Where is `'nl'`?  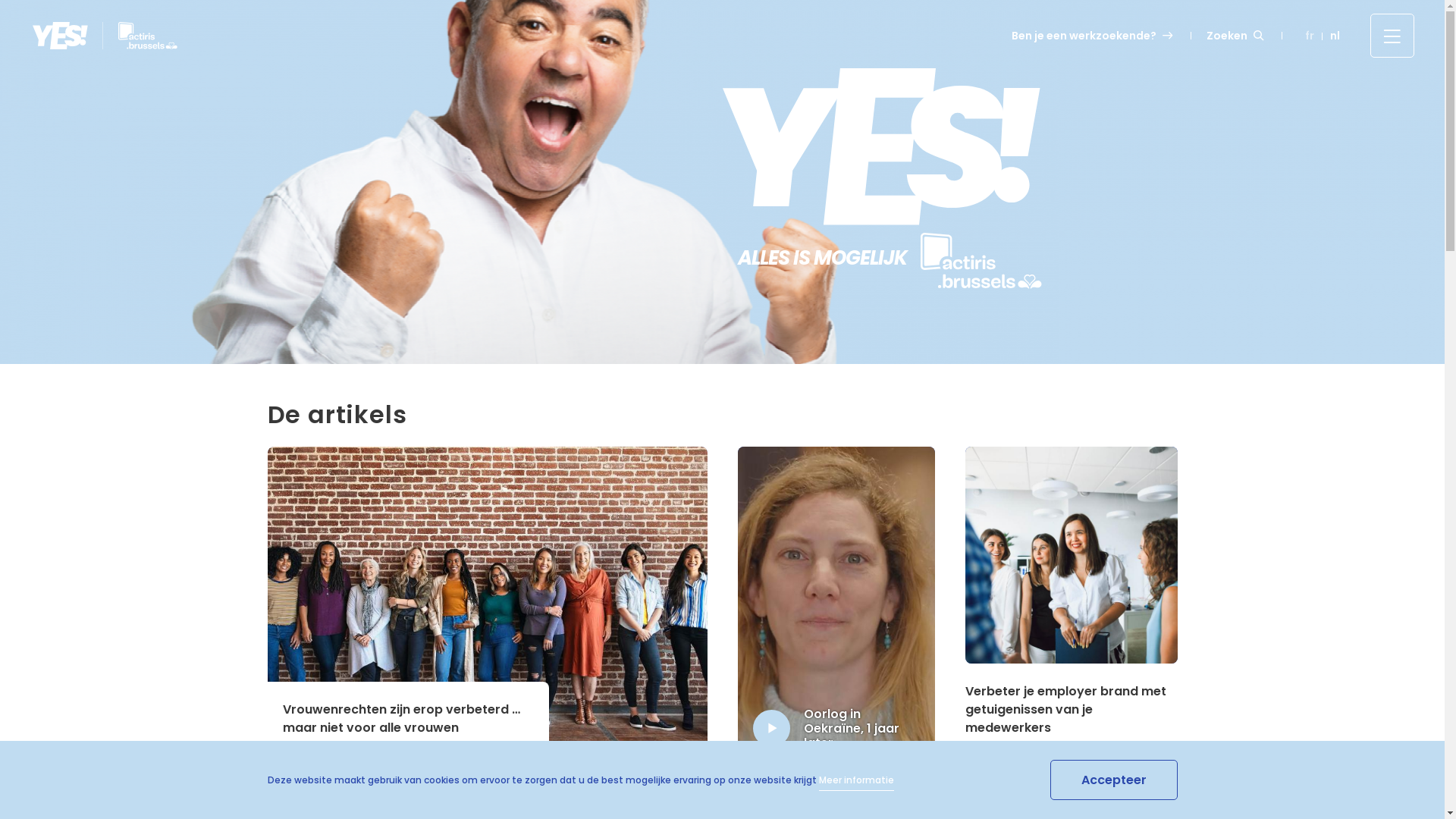 'nl' is located at coordinates (1335, 35).